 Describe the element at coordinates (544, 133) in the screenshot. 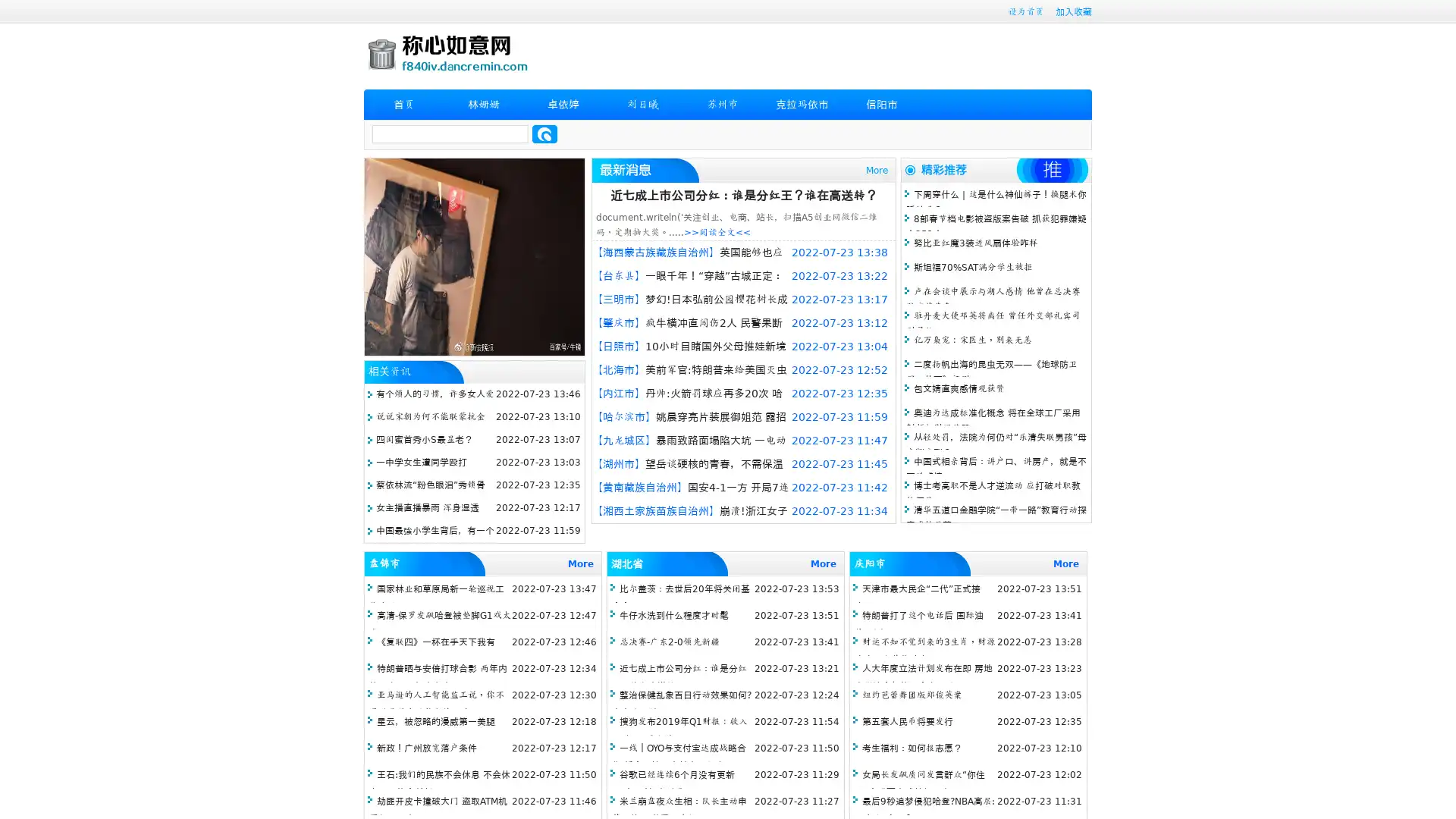

I see `Search` at that location.